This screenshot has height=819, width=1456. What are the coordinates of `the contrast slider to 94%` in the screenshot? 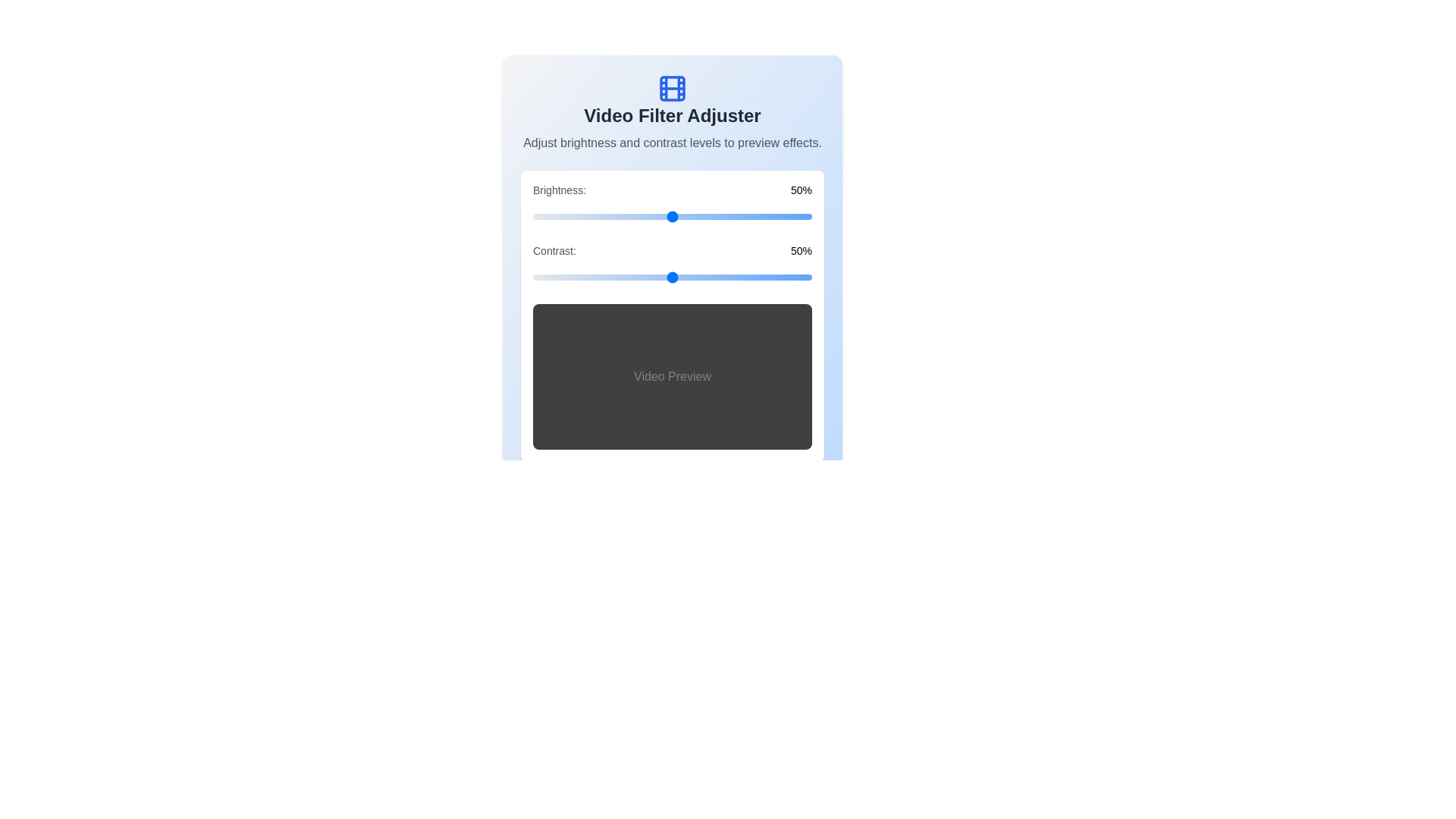 It's located at (794, 278).